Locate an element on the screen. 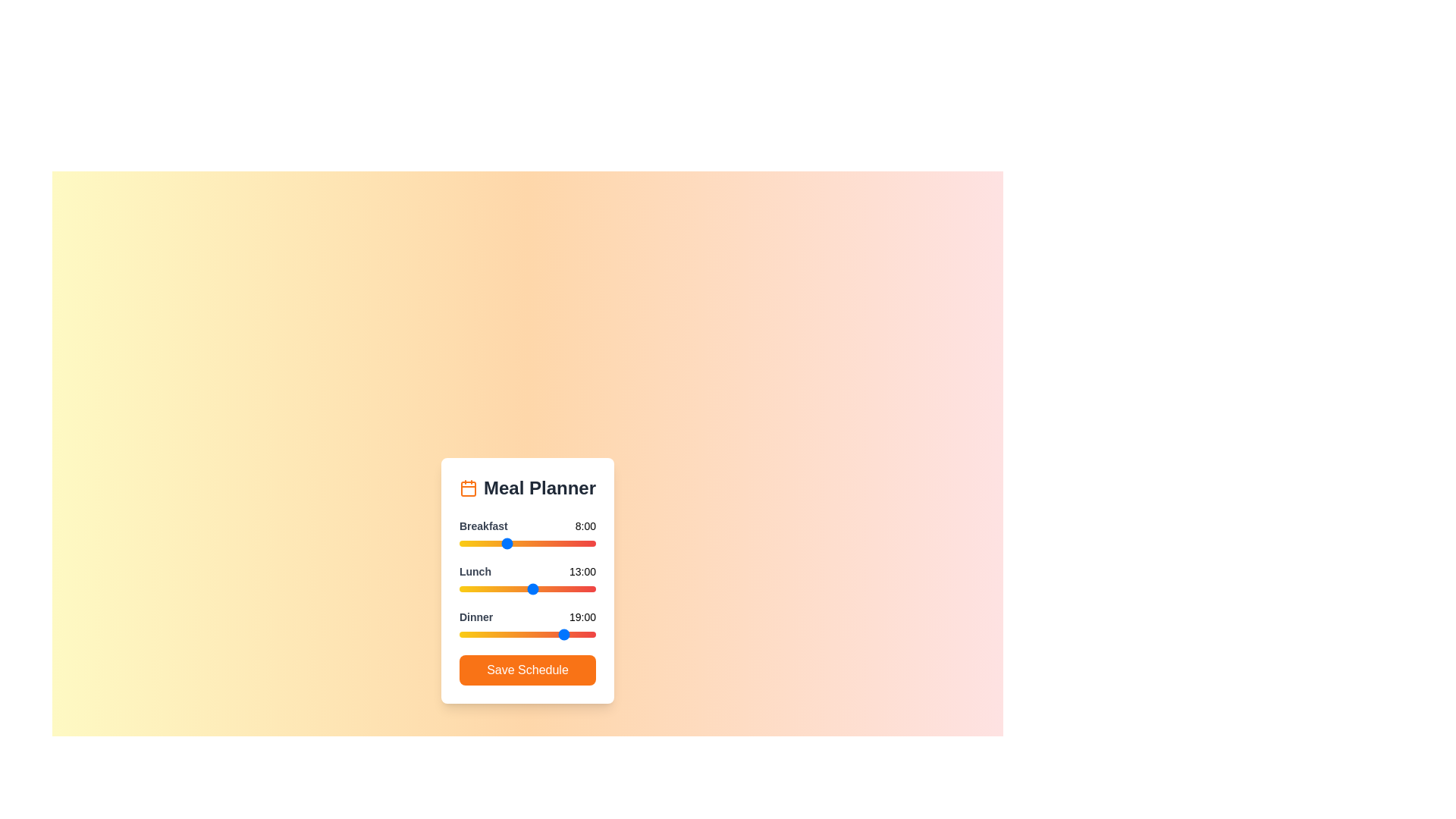 The height and width of the screenshot is (819, 1456). the 0 slider to 9 is located at coordinates (510, 543).